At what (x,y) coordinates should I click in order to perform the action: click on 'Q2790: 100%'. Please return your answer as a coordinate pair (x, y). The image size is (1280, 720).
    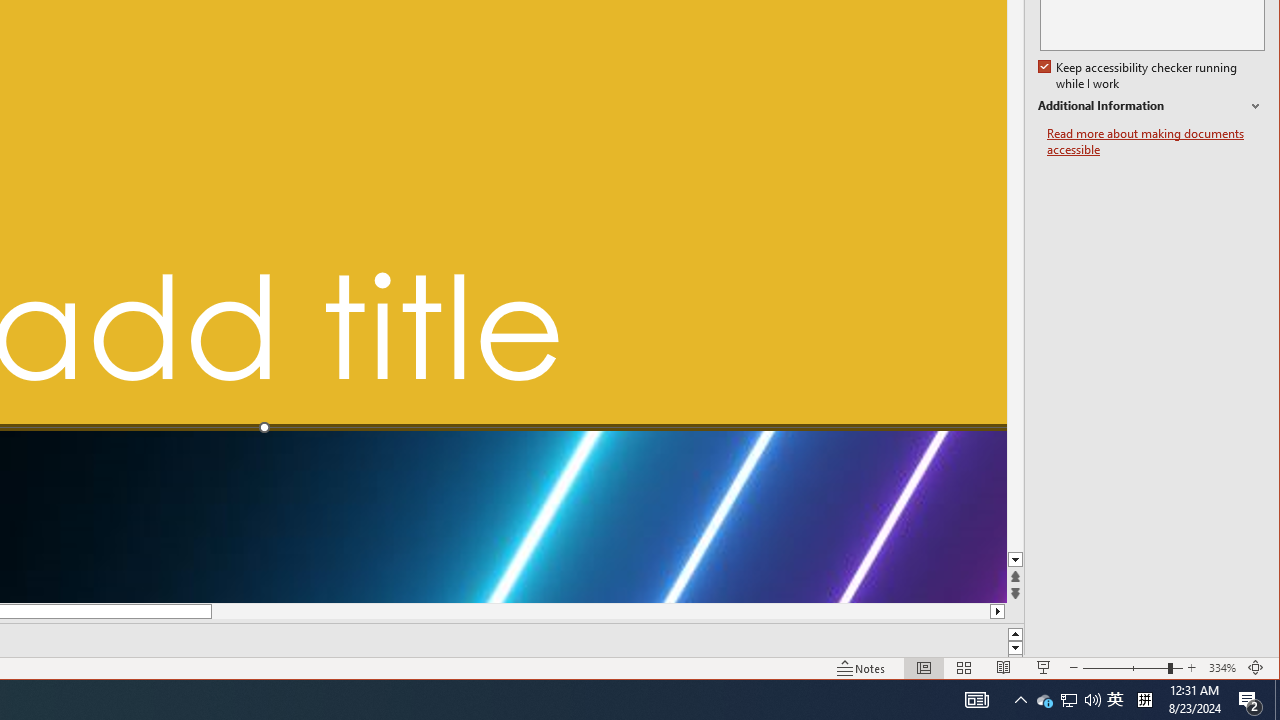
    Looking at the image, I should click on (1092, 698).